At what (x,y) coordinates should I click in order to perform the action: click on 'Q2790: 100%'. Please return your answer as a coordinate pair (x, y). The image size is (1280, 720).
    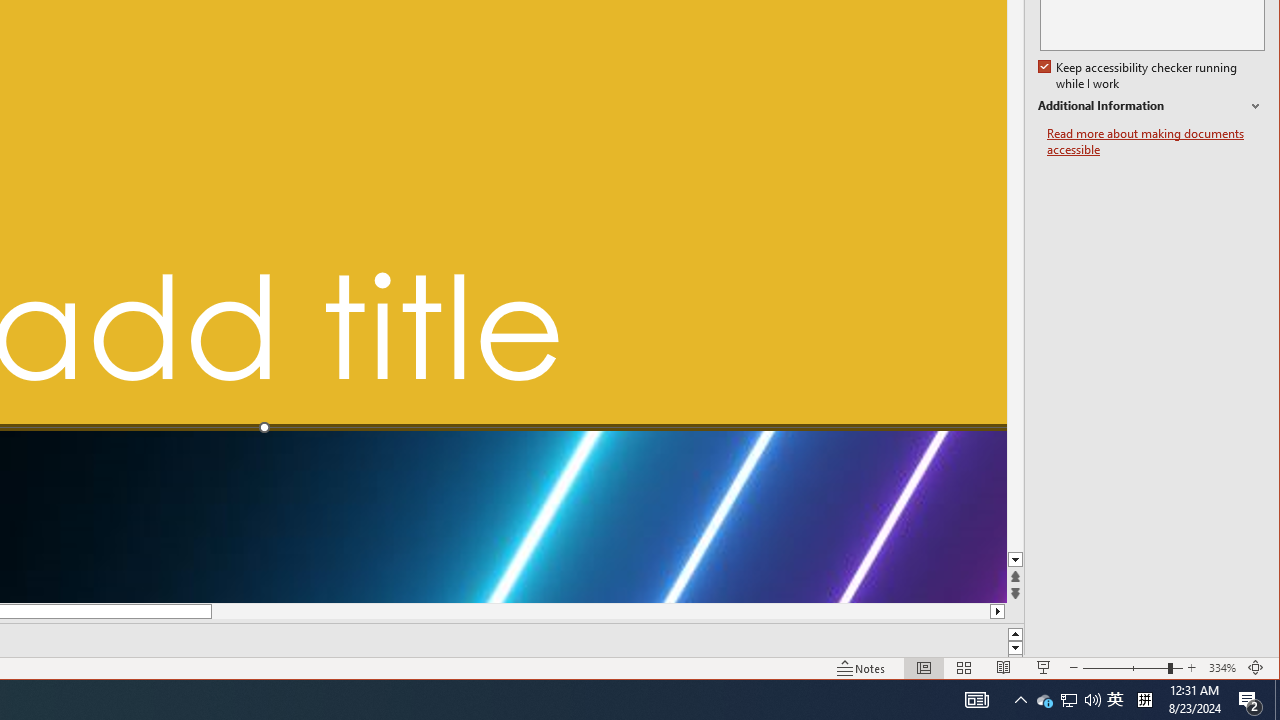
    Looking at the image, I should click on (1092, 698).